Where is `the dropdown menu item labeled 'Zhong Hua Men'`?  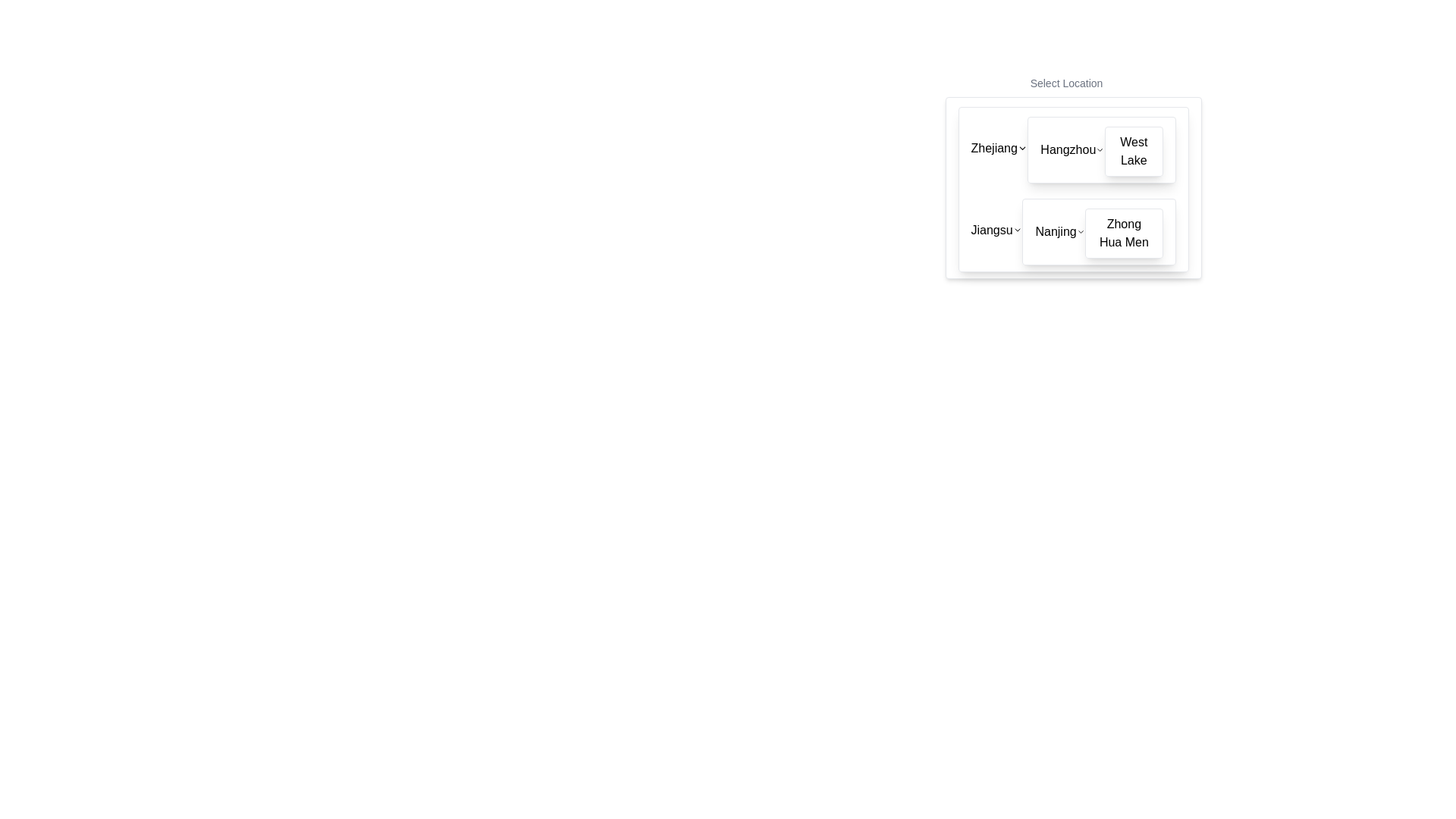
the dropdown menu item labeled 'Zhong Hua Men' is located at coordinates (1099, 231).